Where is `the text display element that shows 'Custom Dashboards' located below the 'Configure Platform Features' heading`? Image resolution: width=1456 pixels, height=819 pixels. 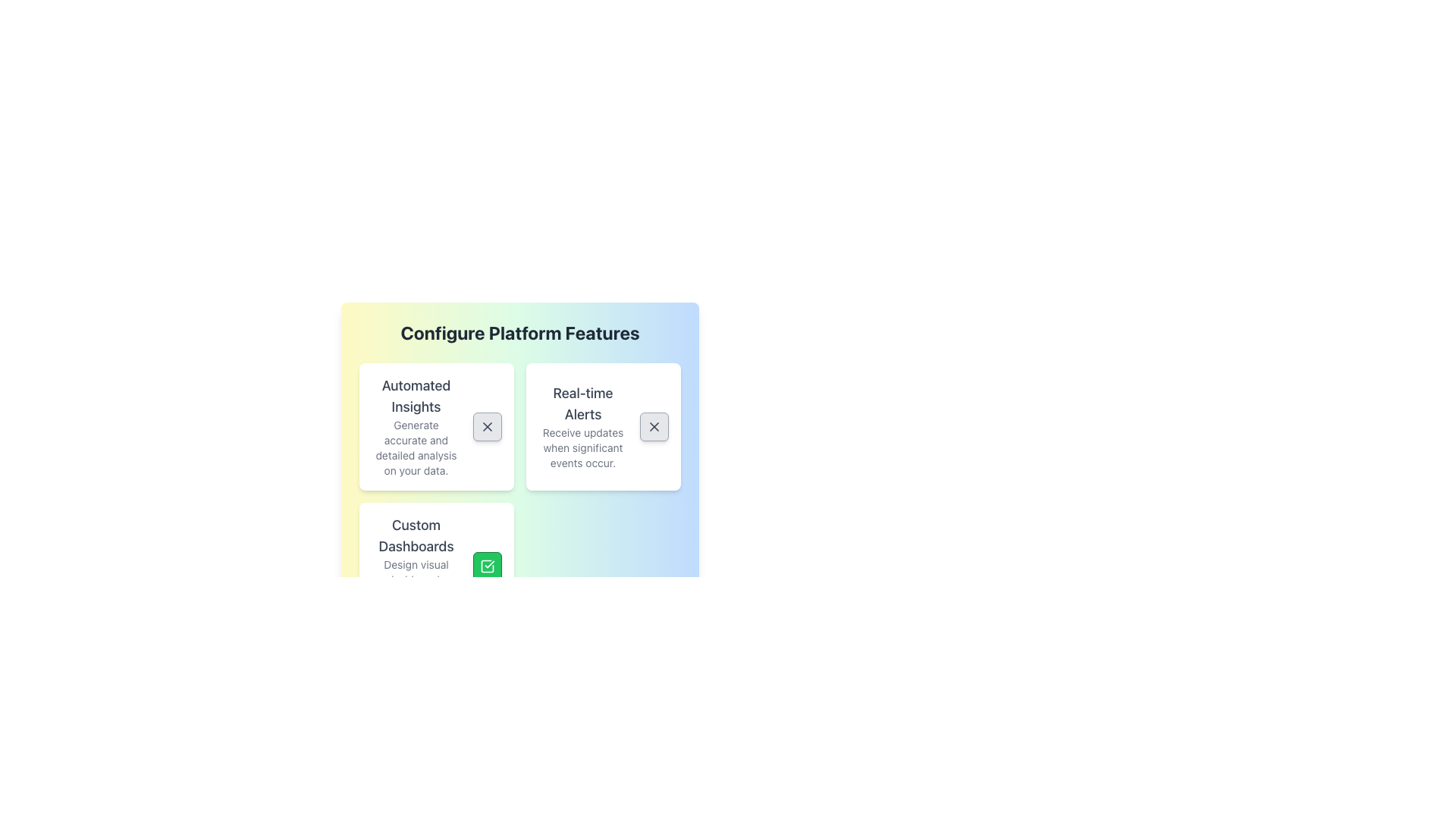
the text display element that shows 'Custom Dashboards' located below the 'Configure Platform Features' heading is located at coordinates (416, 535).